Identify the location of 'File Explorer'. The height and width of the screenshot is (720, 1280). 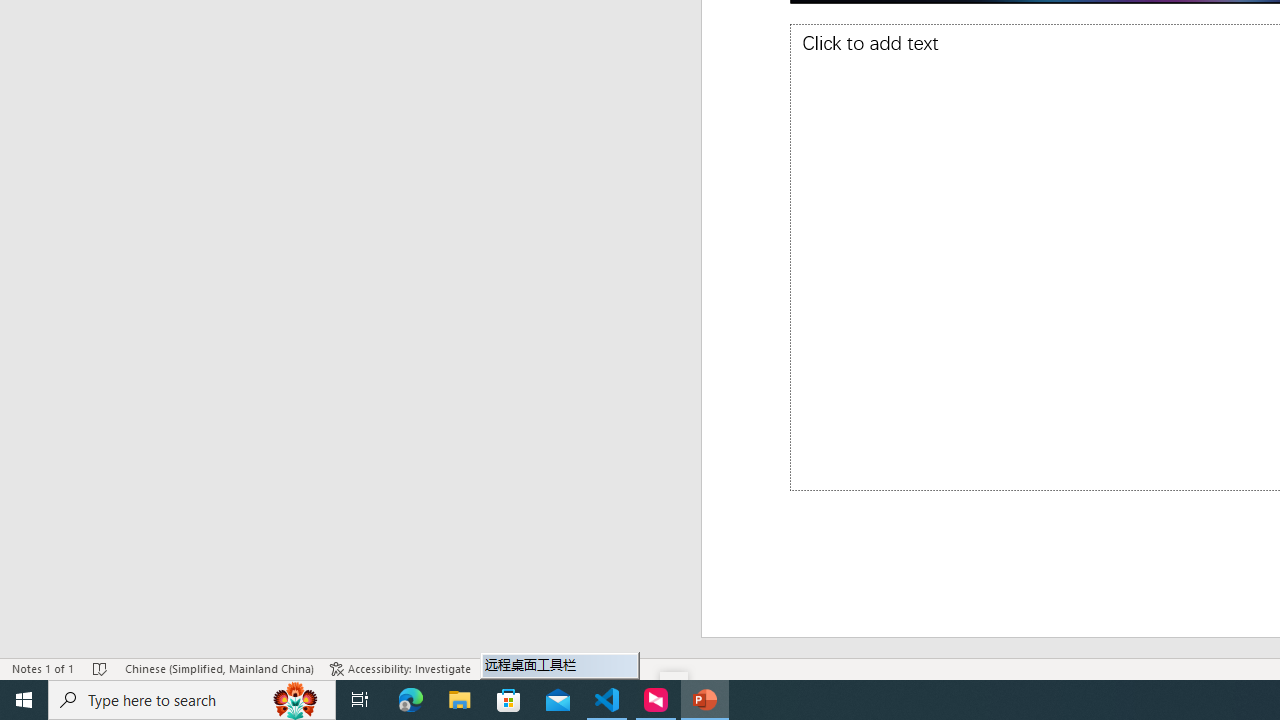
(459, 698).